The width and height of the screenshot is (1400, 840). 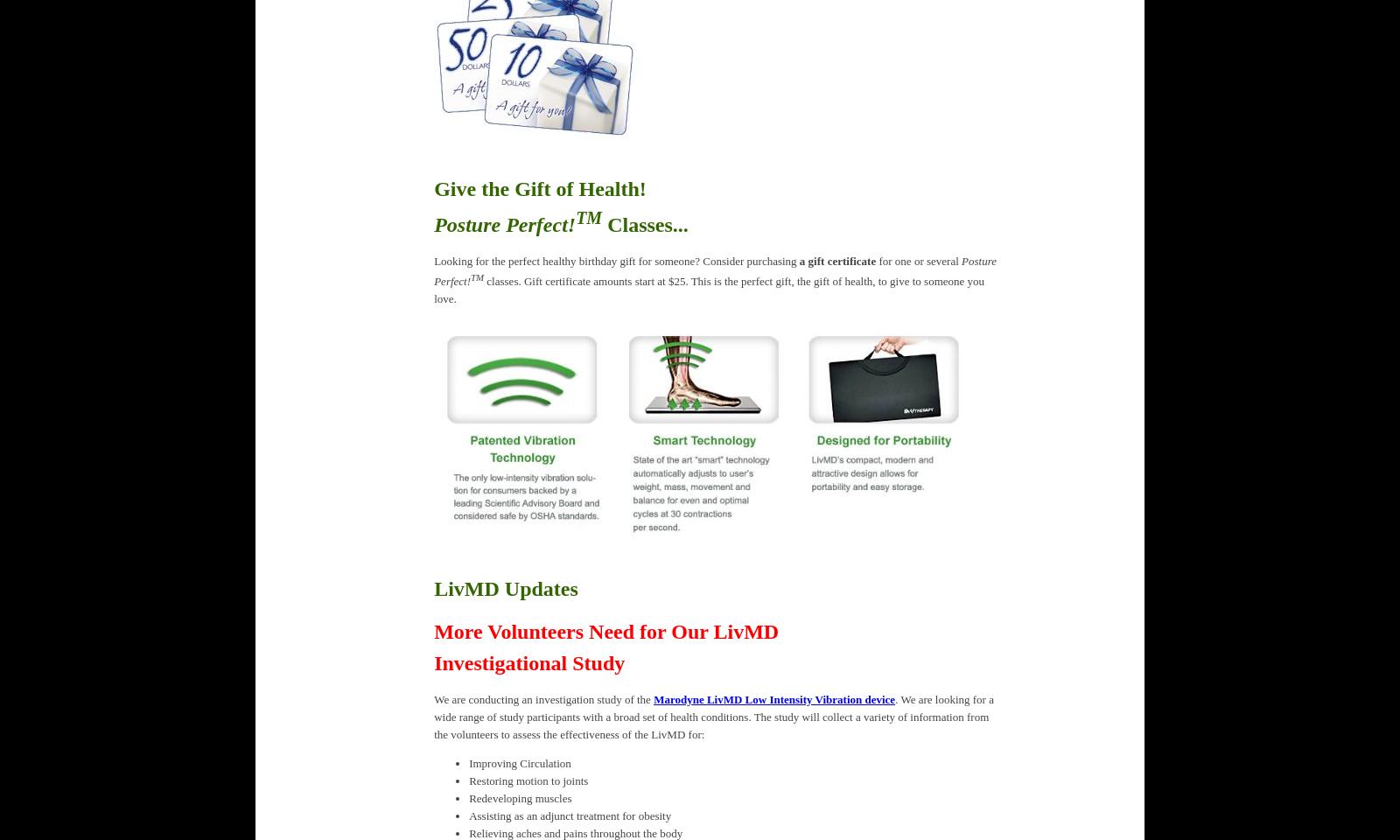 What do you see at coordinates (918, 259) in the screenshot?
I see `'for one or several'` at bounding box center [918, 259].